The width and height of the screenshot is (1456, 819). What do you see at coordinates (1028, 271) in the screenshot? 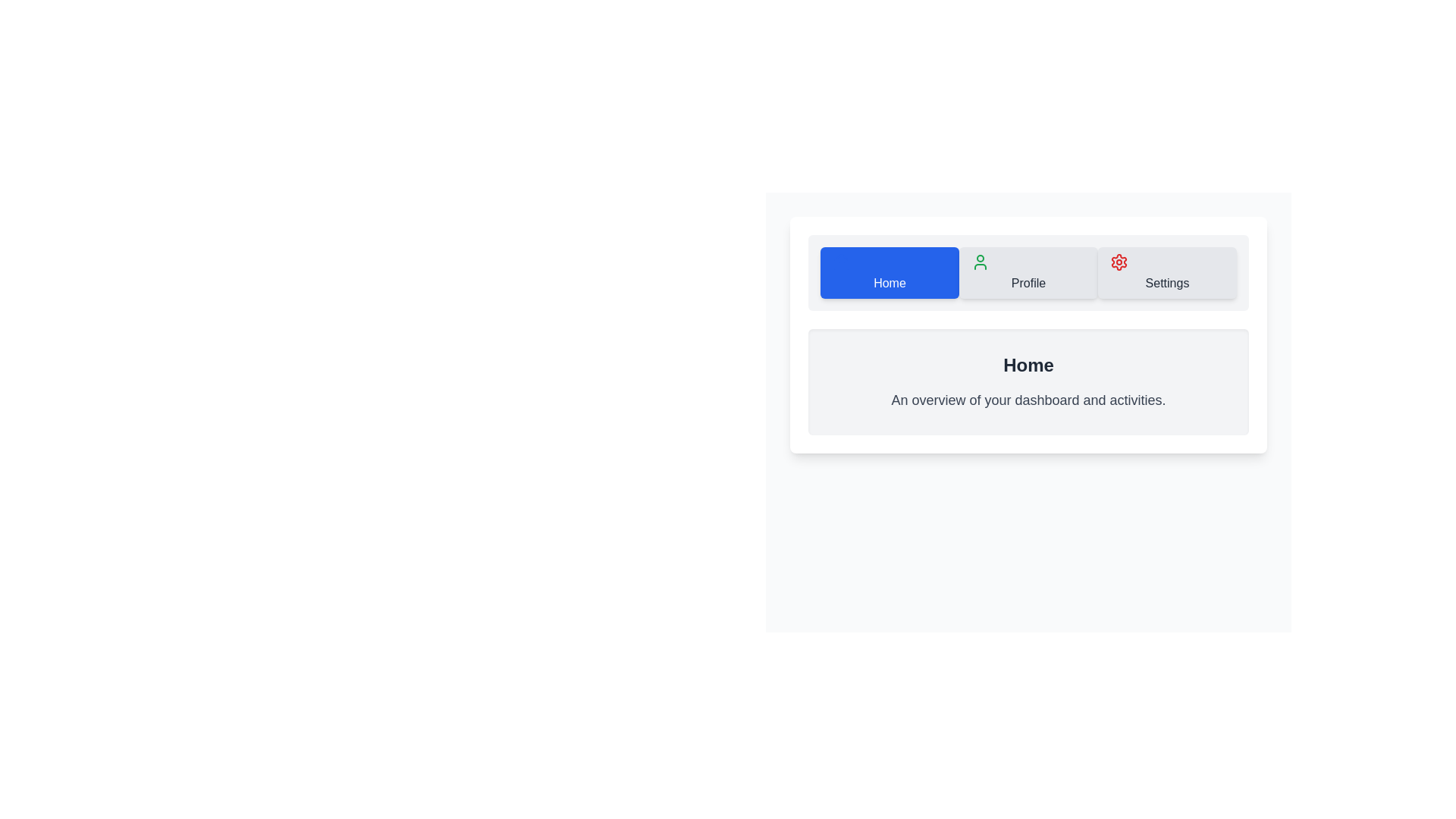
I see `the Profile tab to observe its hover effect` at bounding box center [1028, 271].